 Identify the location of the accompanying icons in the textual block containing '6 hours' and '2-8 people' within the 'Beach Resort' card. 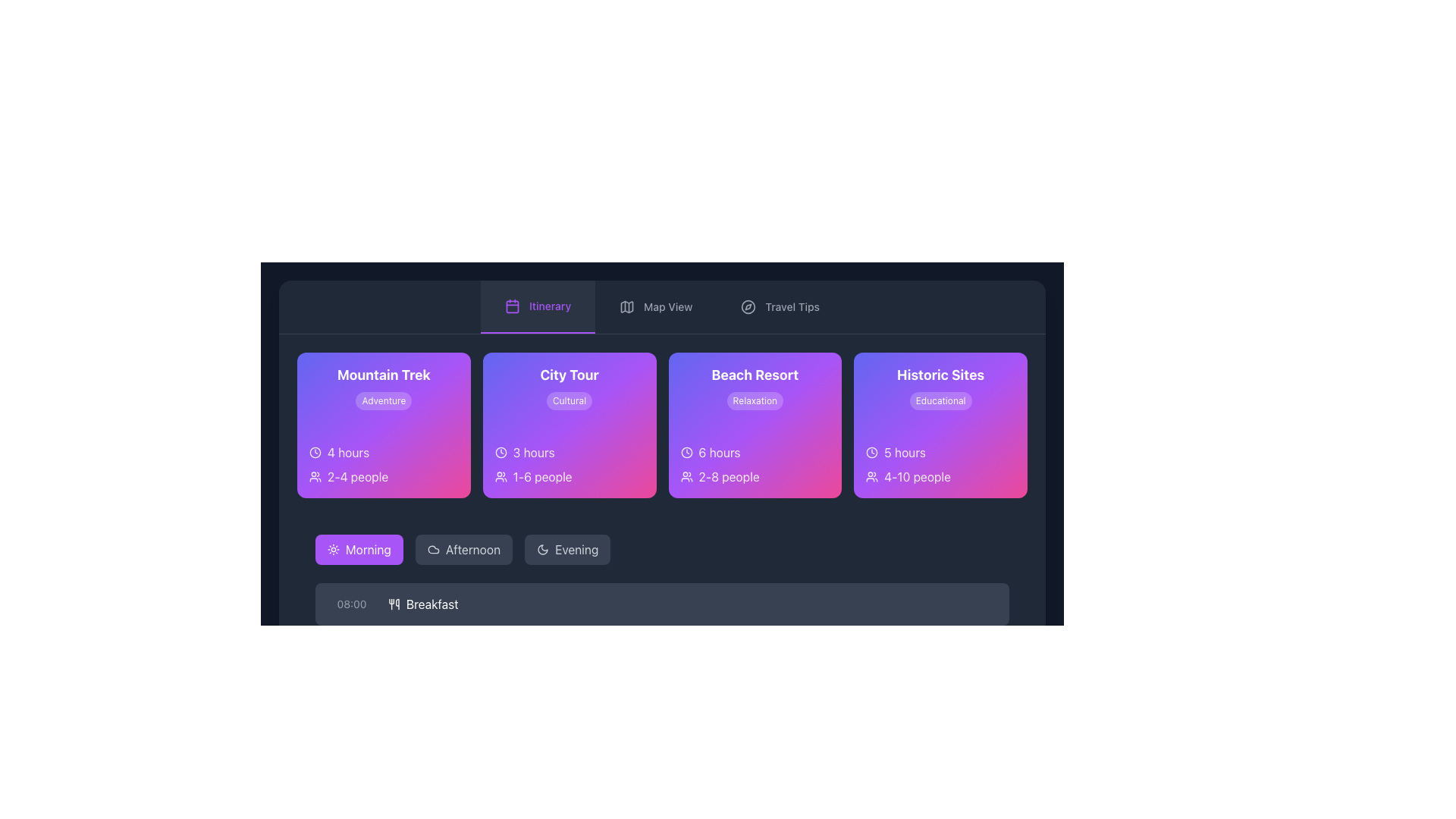
(755, 464).